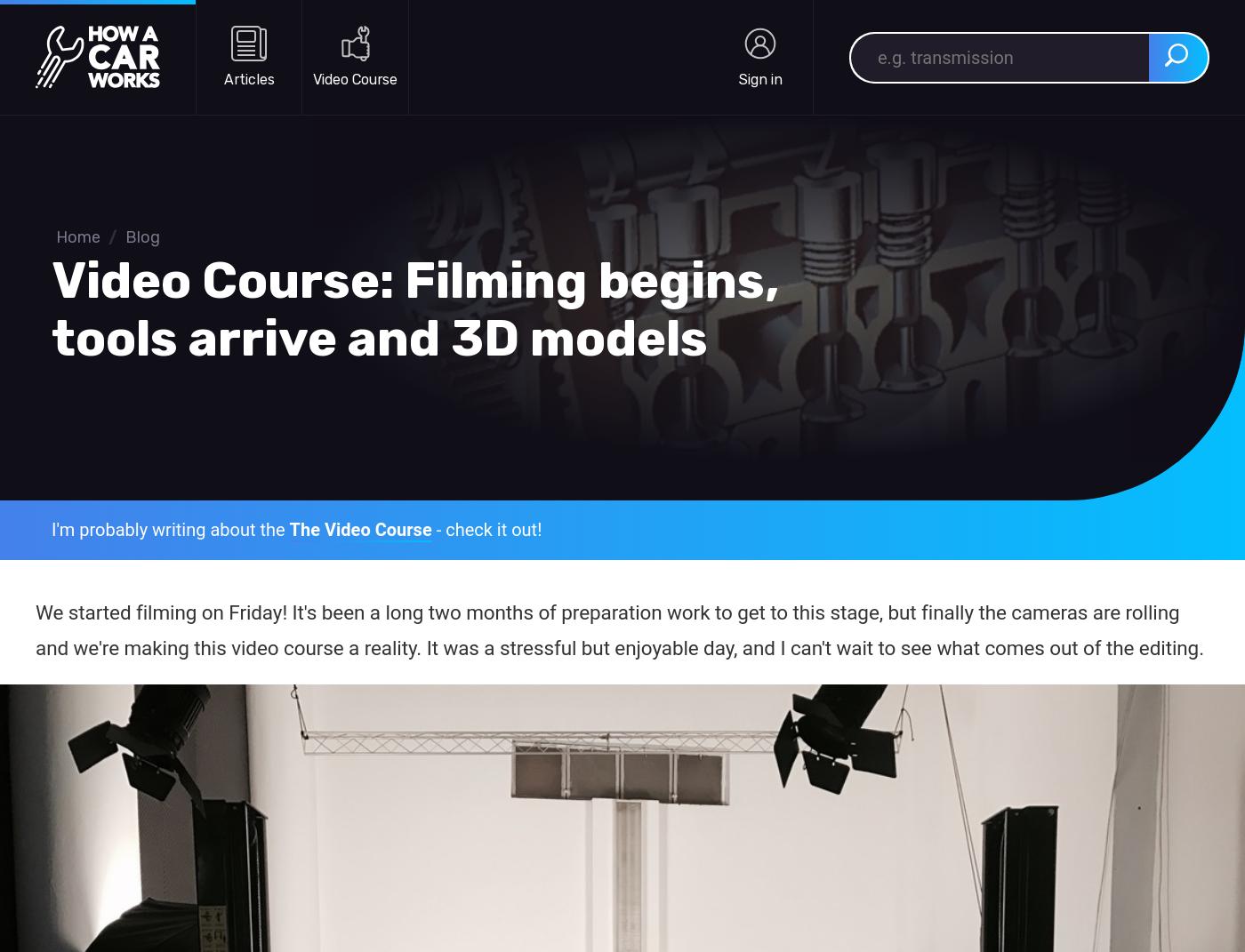  Describe the element at coordinates (170, 530) in the screenshot. I see `'I'm probably writing about the'` at that location.